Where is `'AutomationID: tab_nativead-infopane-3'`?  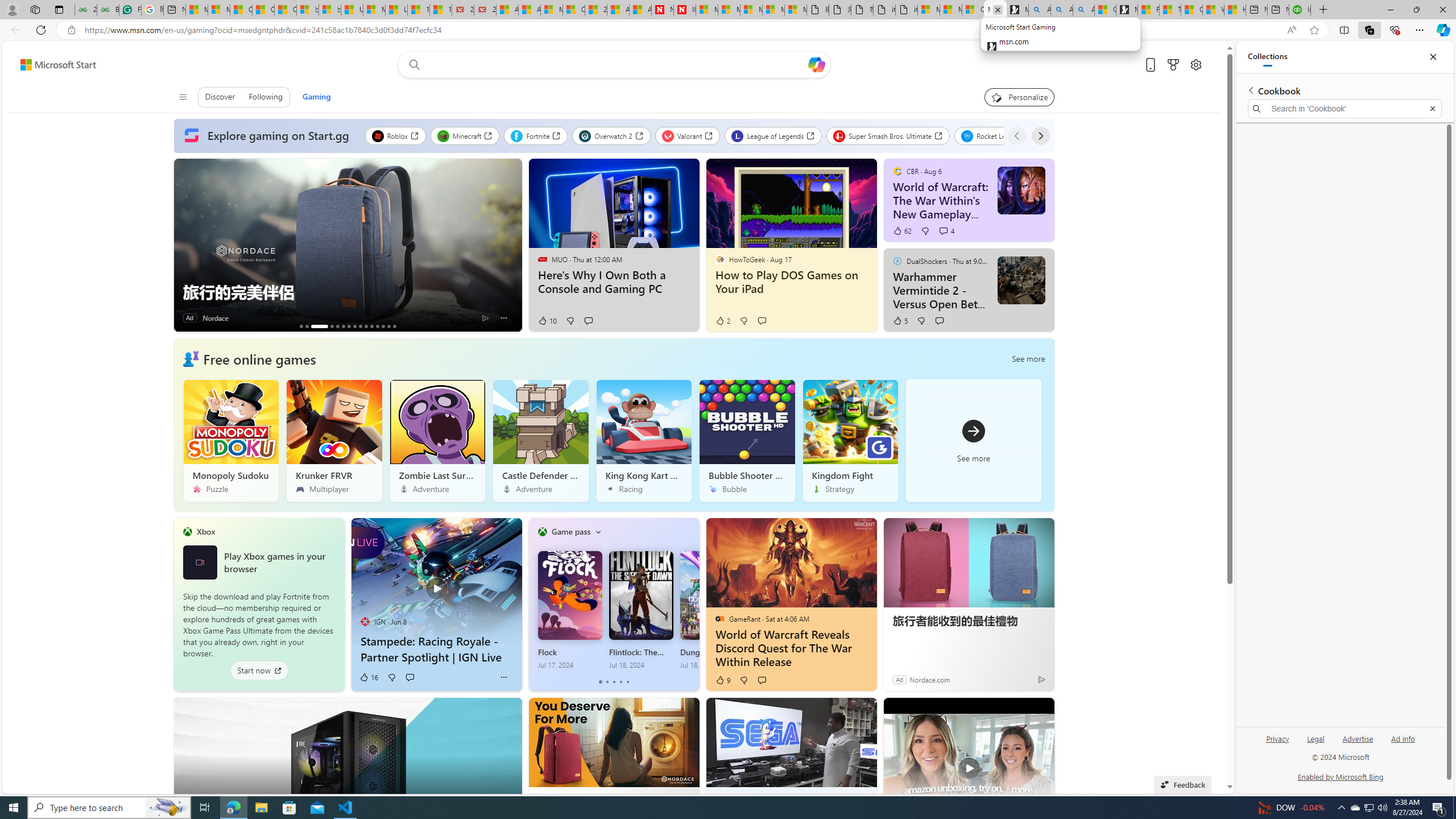
'AutomationID: tab_nativead-infopane-3' is located at coordinates (318, 326).